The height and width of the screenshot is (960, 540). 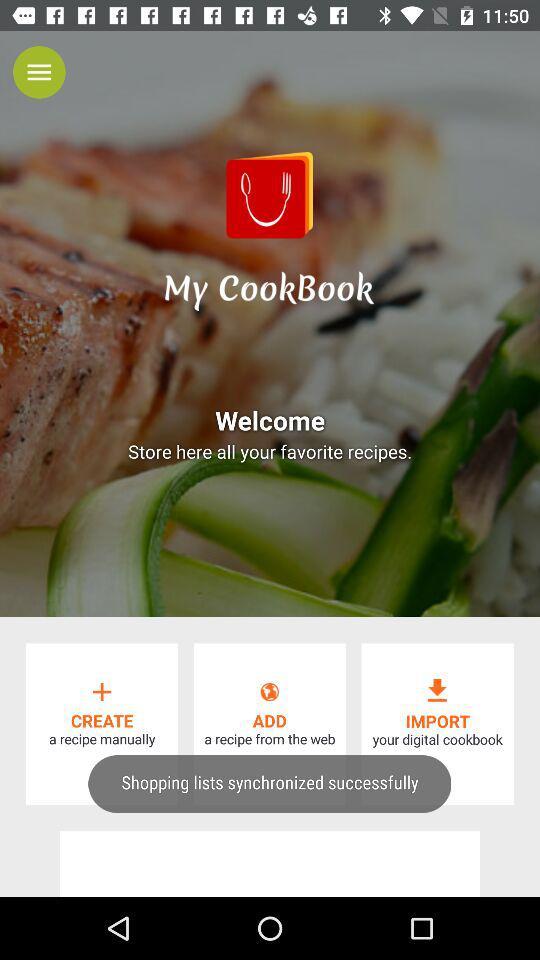 What do you see at coordinates (39, 72) in the screenshot?
I see `the menu icon` at bounding box center [39, 72].